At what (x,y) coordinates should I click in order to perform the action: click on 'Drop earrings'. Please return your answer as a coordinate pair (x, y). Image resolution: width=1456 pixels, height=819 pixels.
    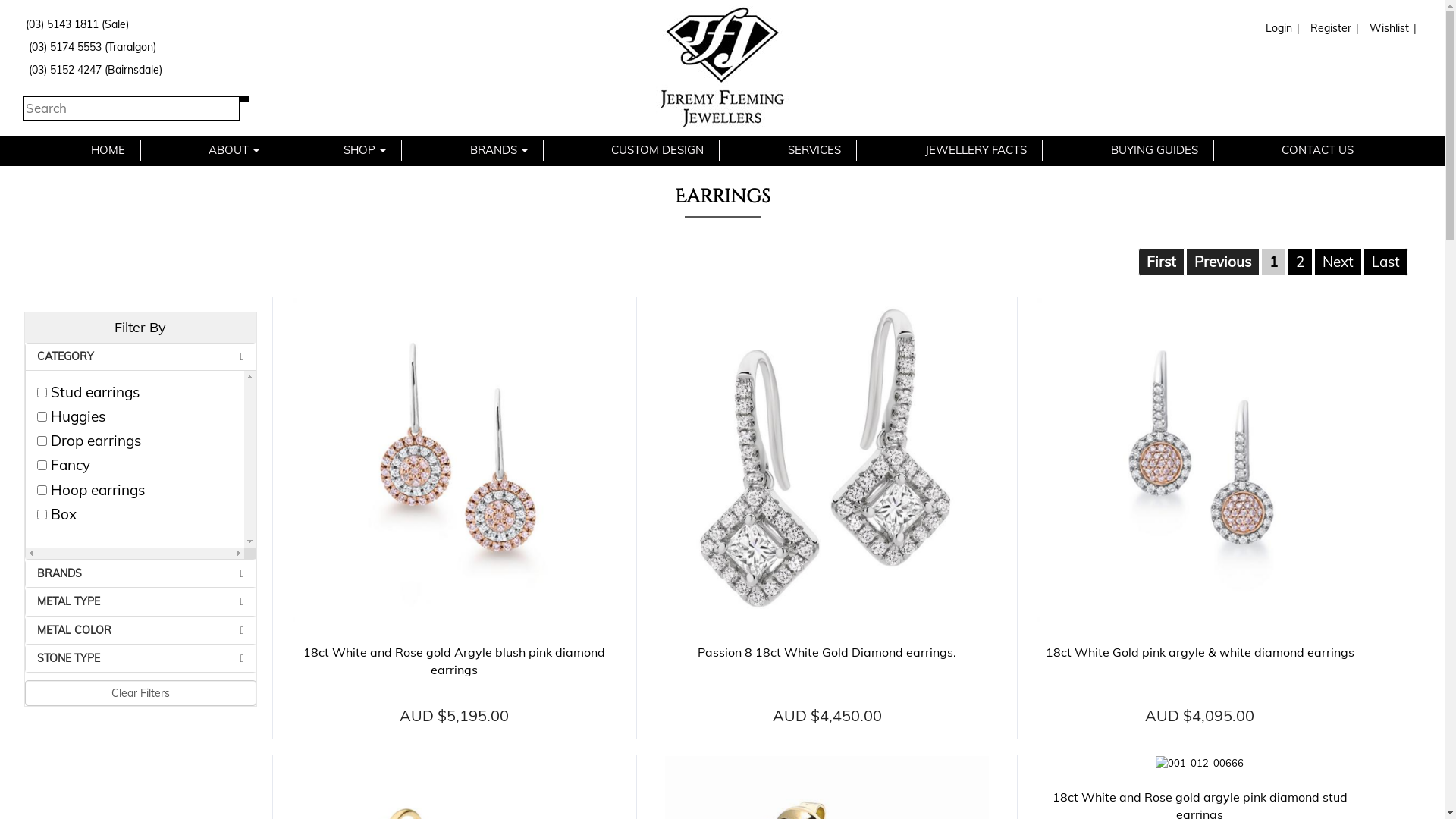
    Looking at the image, I should click on (36, 441).